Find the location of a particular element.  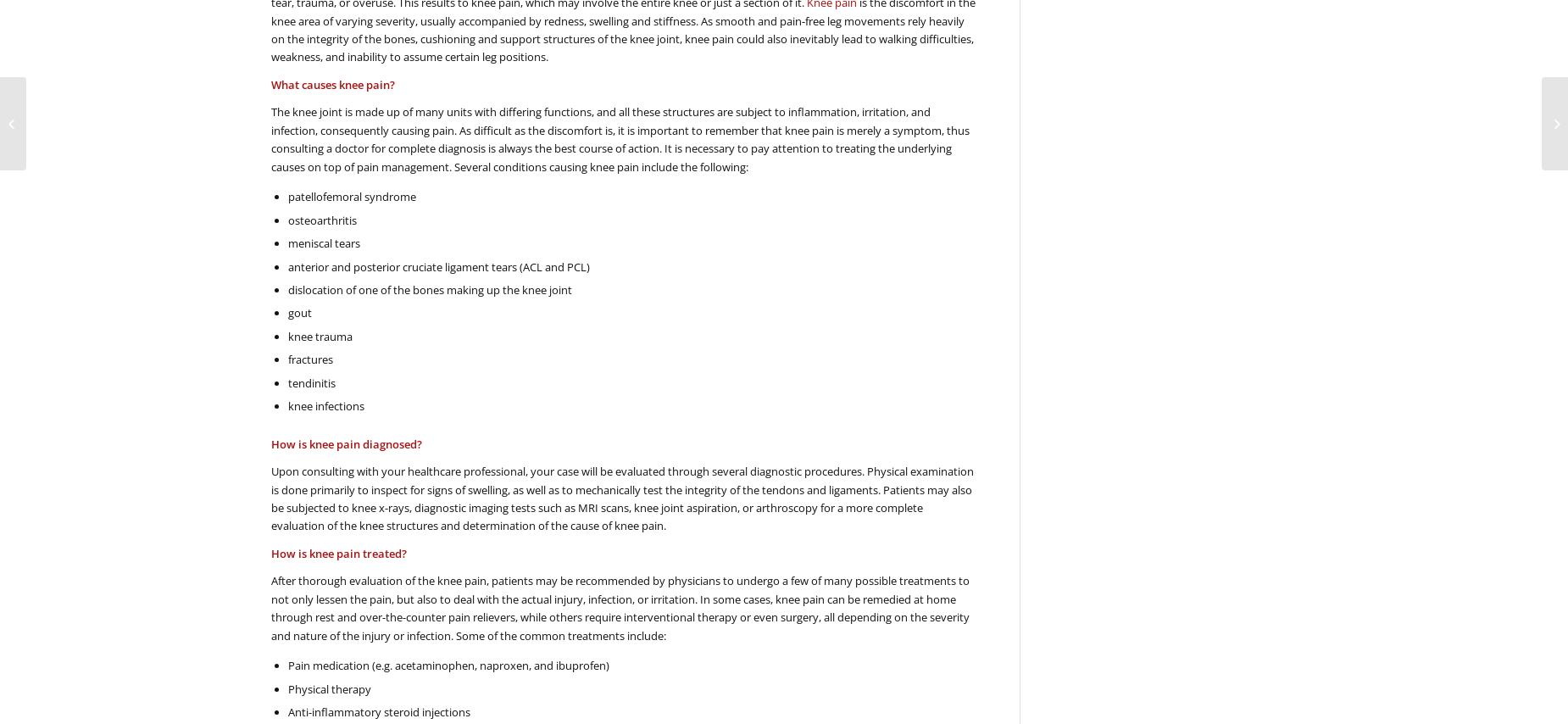

'dislocation of one of the bones making up the knee joint' is located at coordinates (430, 290).